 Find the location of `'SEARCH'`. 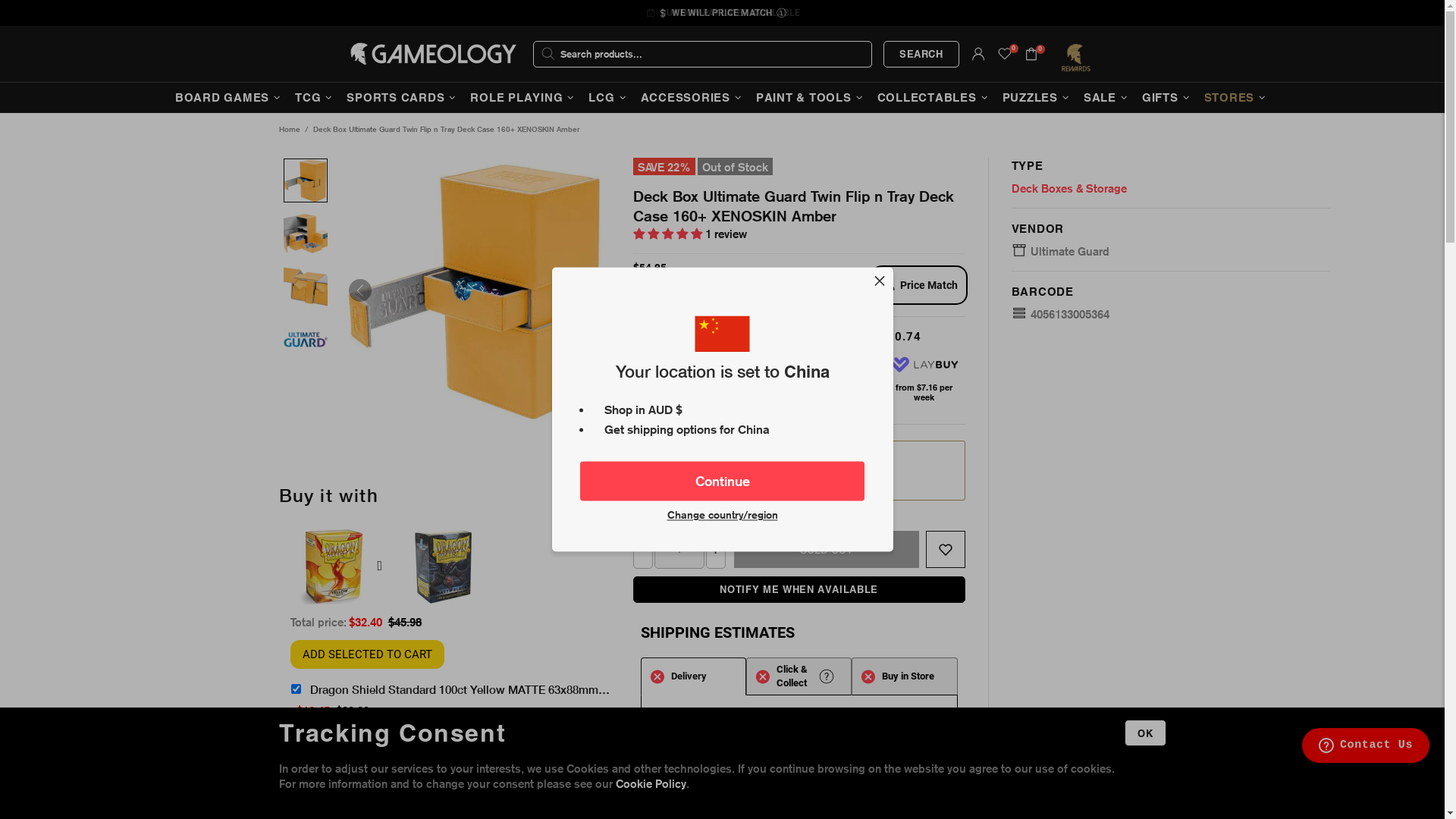

'SEARCH' is located at coordinates (920, 53).